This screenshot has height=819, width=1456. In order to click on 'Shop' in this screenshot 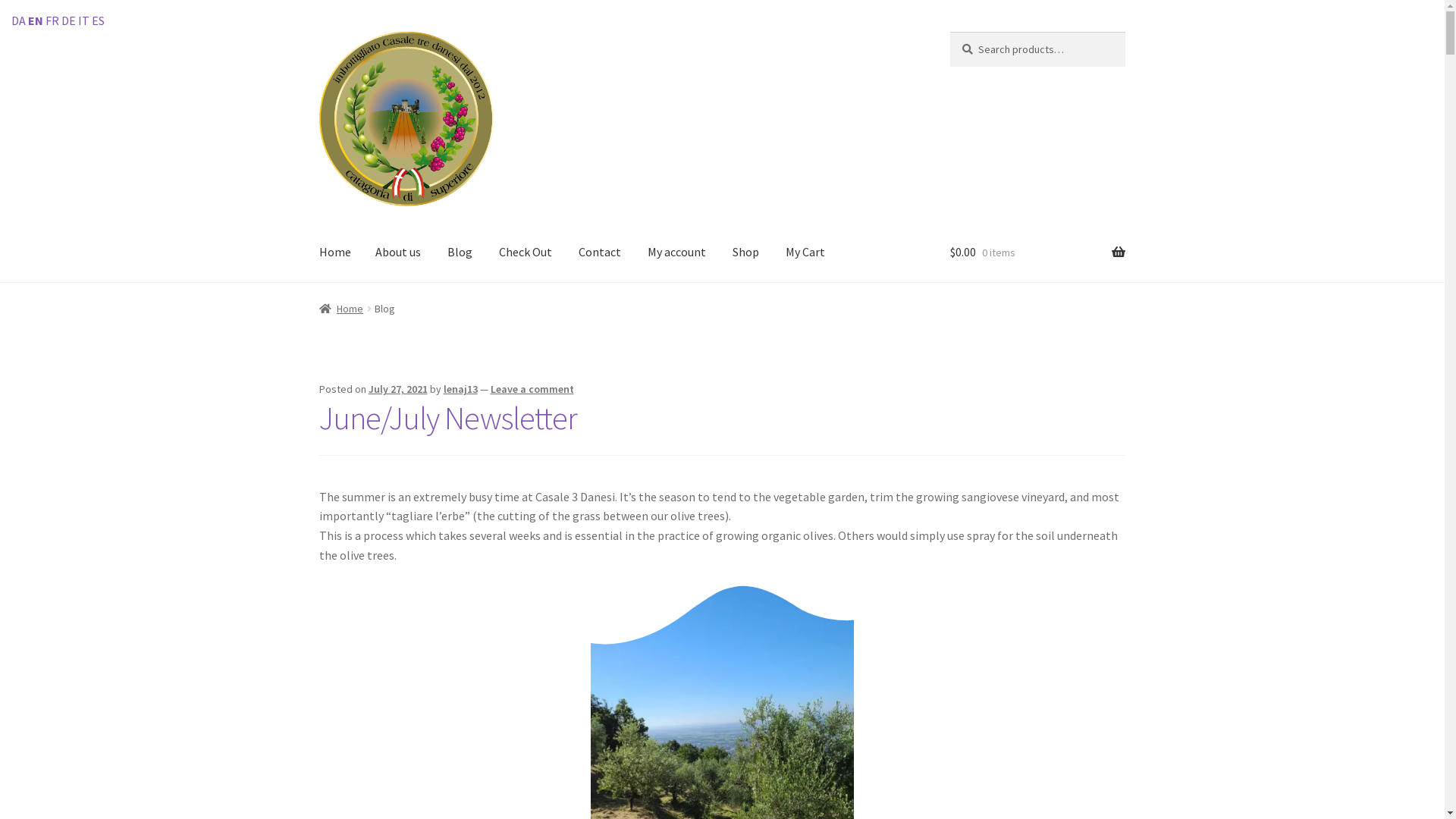, I will do `click(745, 253)`.